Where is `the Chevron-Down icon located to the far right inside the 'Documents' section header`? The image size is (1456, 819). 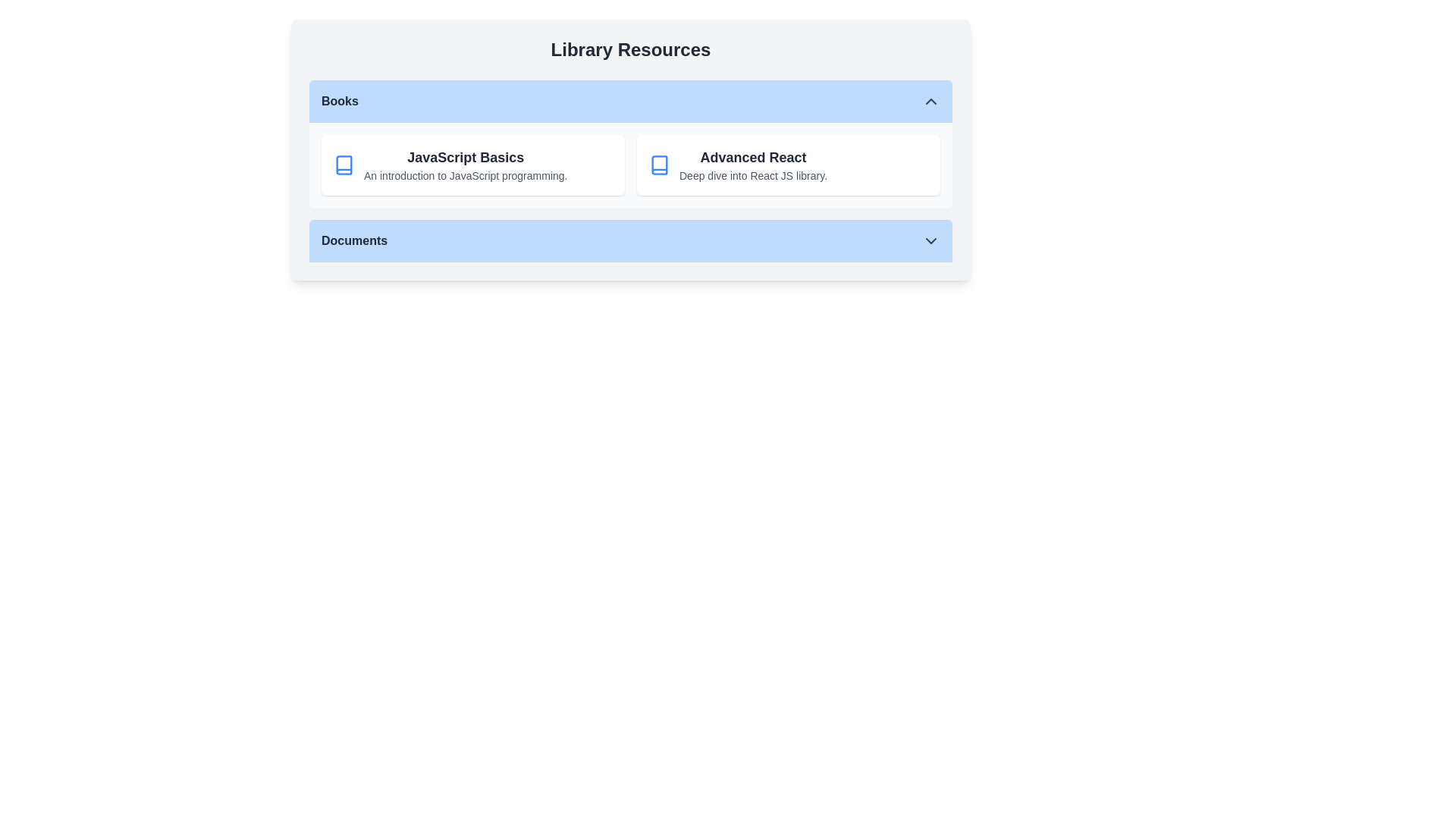
the Chevron-Down icon located to the far right inside the 'Documents' section header is located at coordinates (930, 240).